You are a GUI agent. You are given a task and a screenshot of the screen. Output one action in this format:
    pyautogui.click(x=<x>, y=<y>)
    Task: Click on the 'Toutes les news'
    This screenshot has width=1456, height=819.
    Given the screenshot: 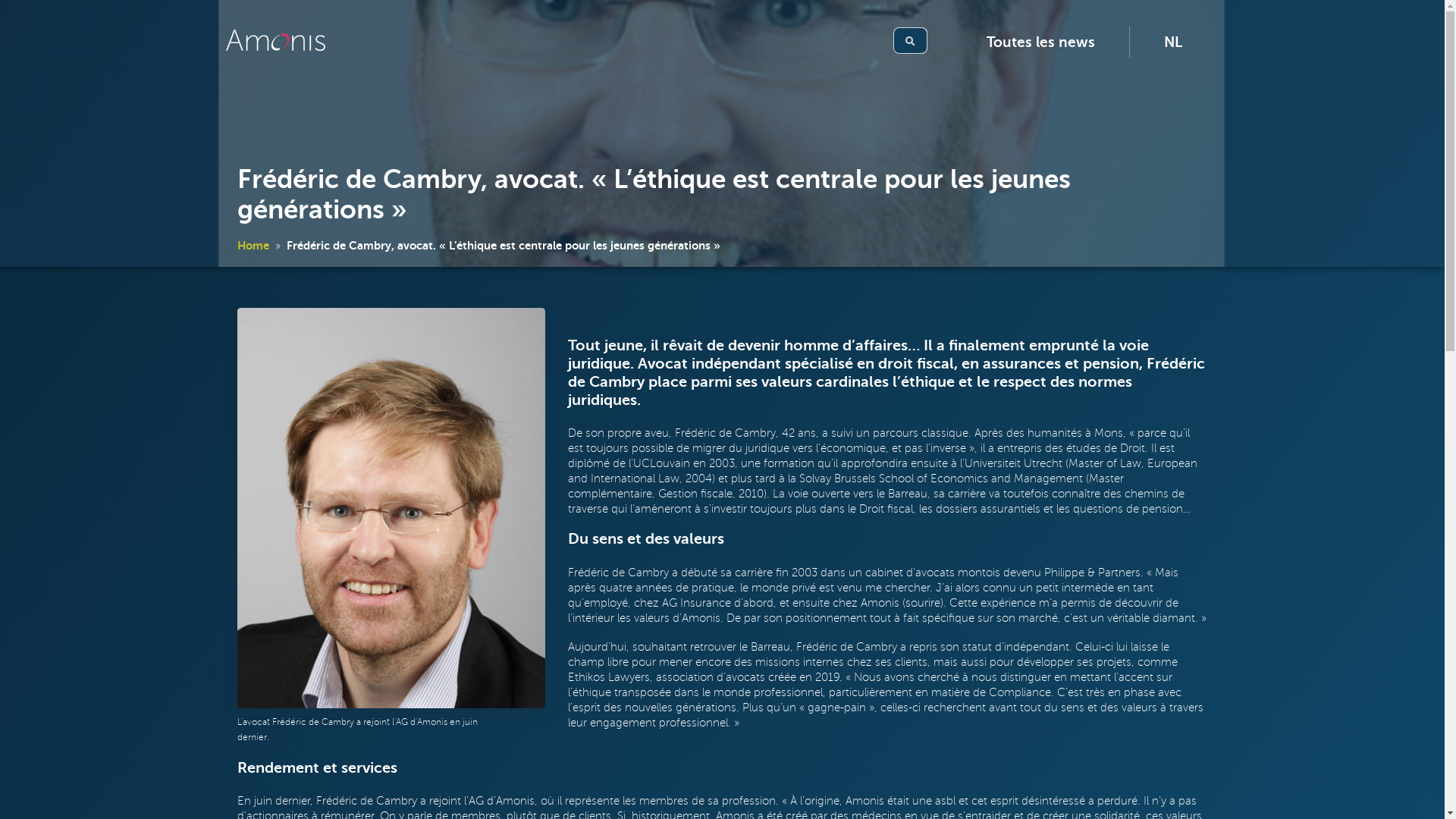 What is the action you would take?
    pyautogui.click(x=1040, y=41)
    